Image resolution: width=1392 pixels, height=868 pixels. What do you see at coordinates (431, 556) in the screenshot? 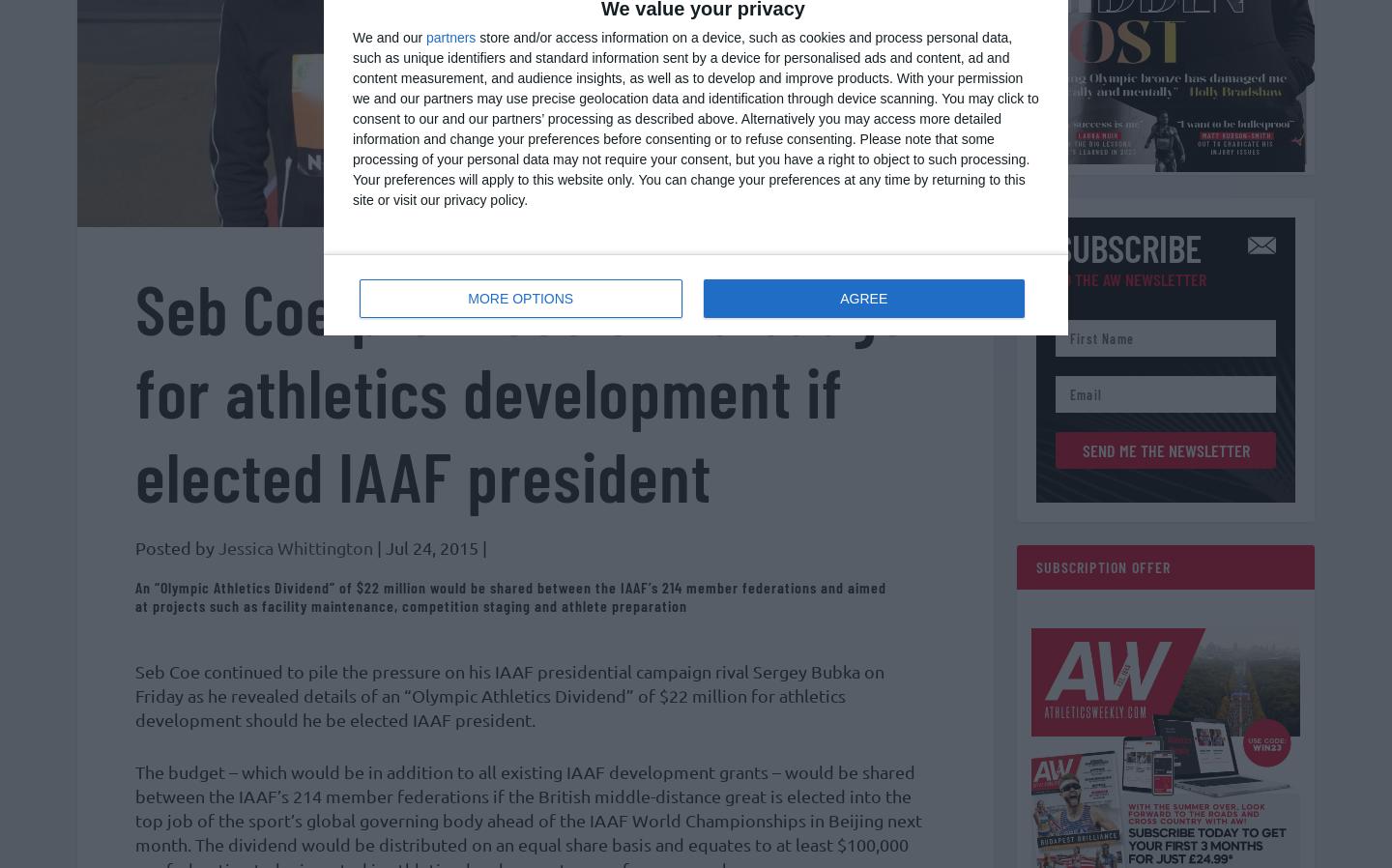
I see `'Jul 24, 2015'` at bounding box center [431, 556].